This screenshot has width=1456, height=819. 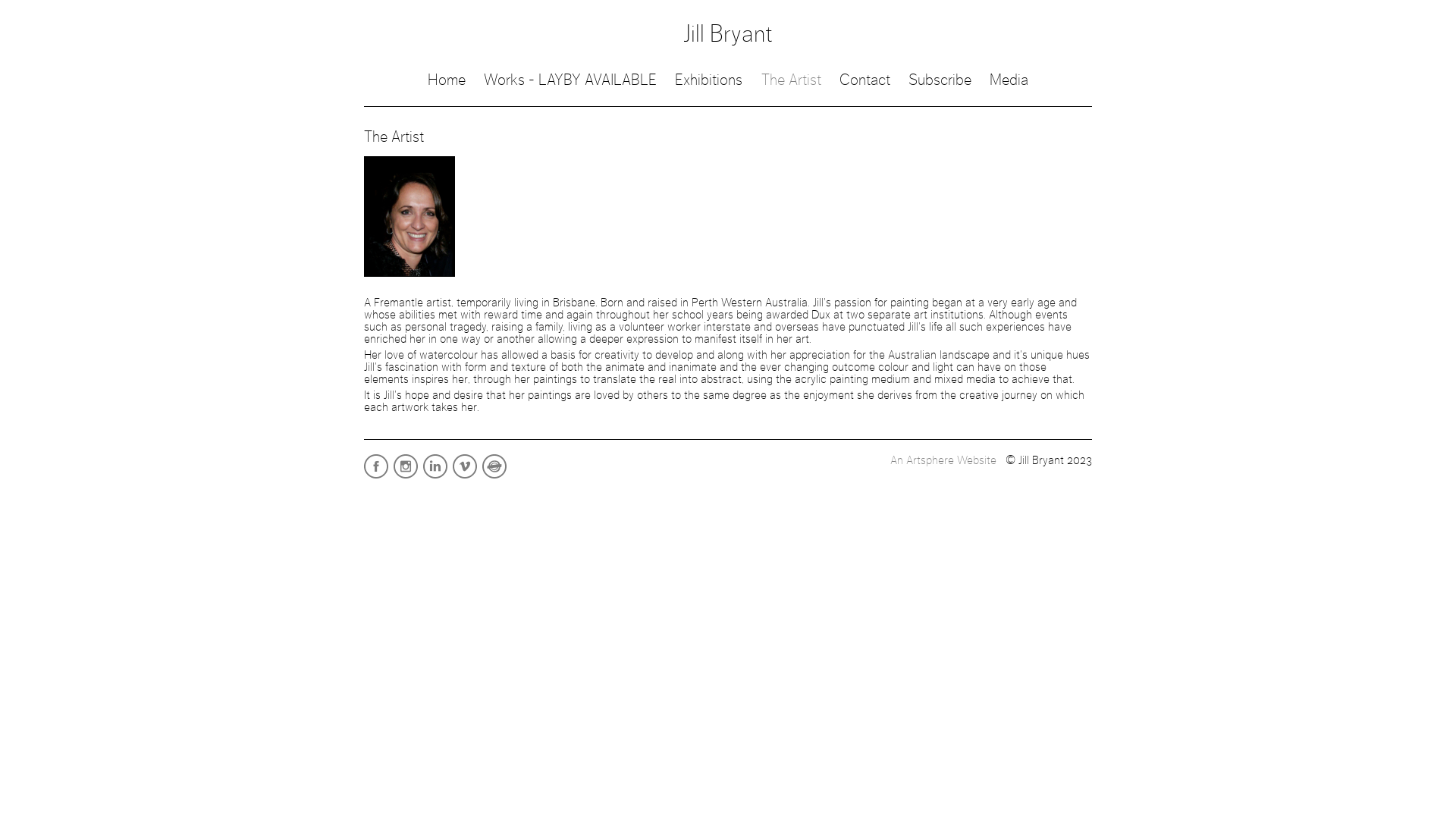 What do you see at coordinates (393, 476) in the screenshot?
I see `'Instagram'` at bounding box center [393, 476].